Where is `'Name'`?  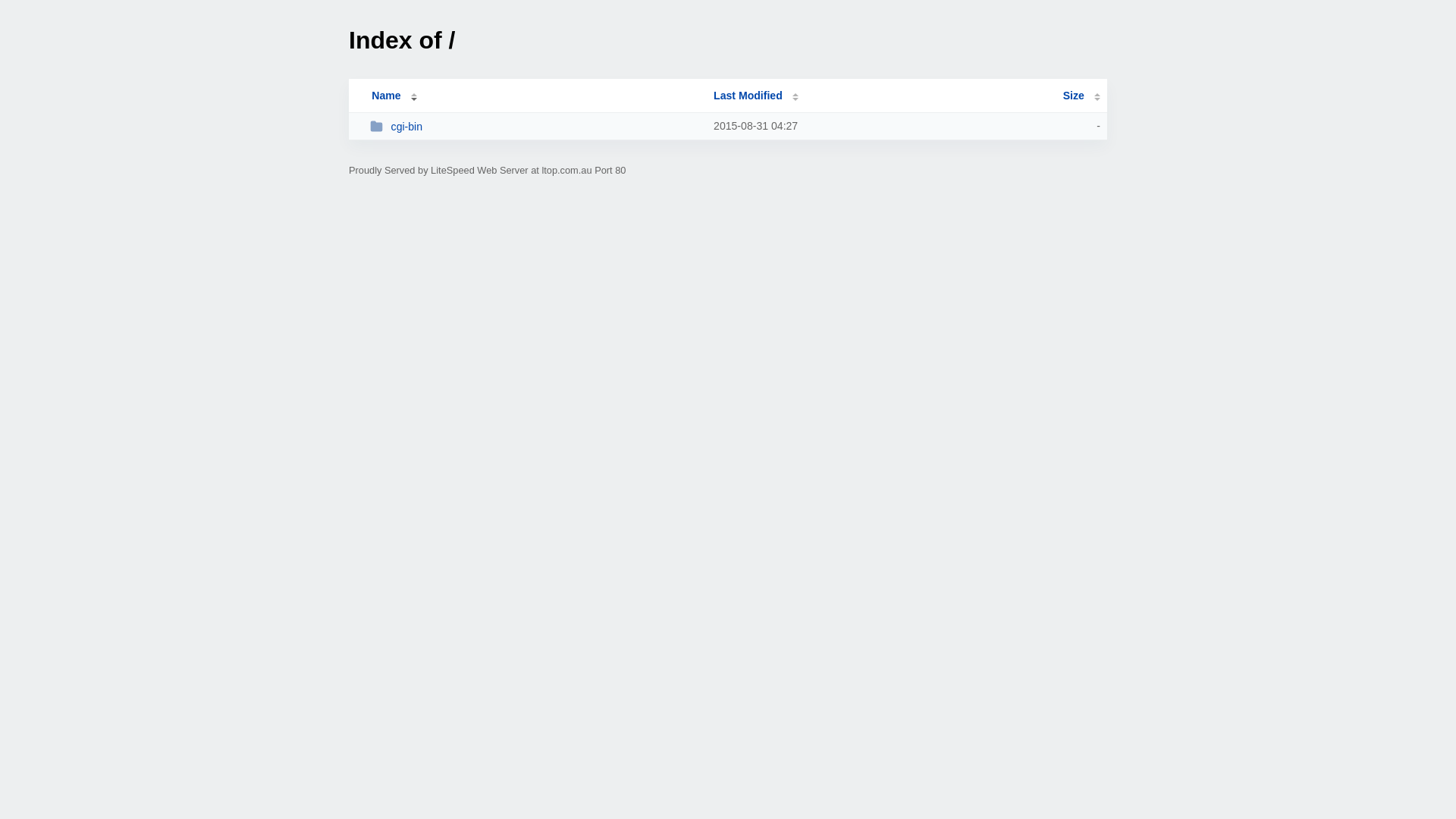 'Name' is located at coordinates (355, 96).